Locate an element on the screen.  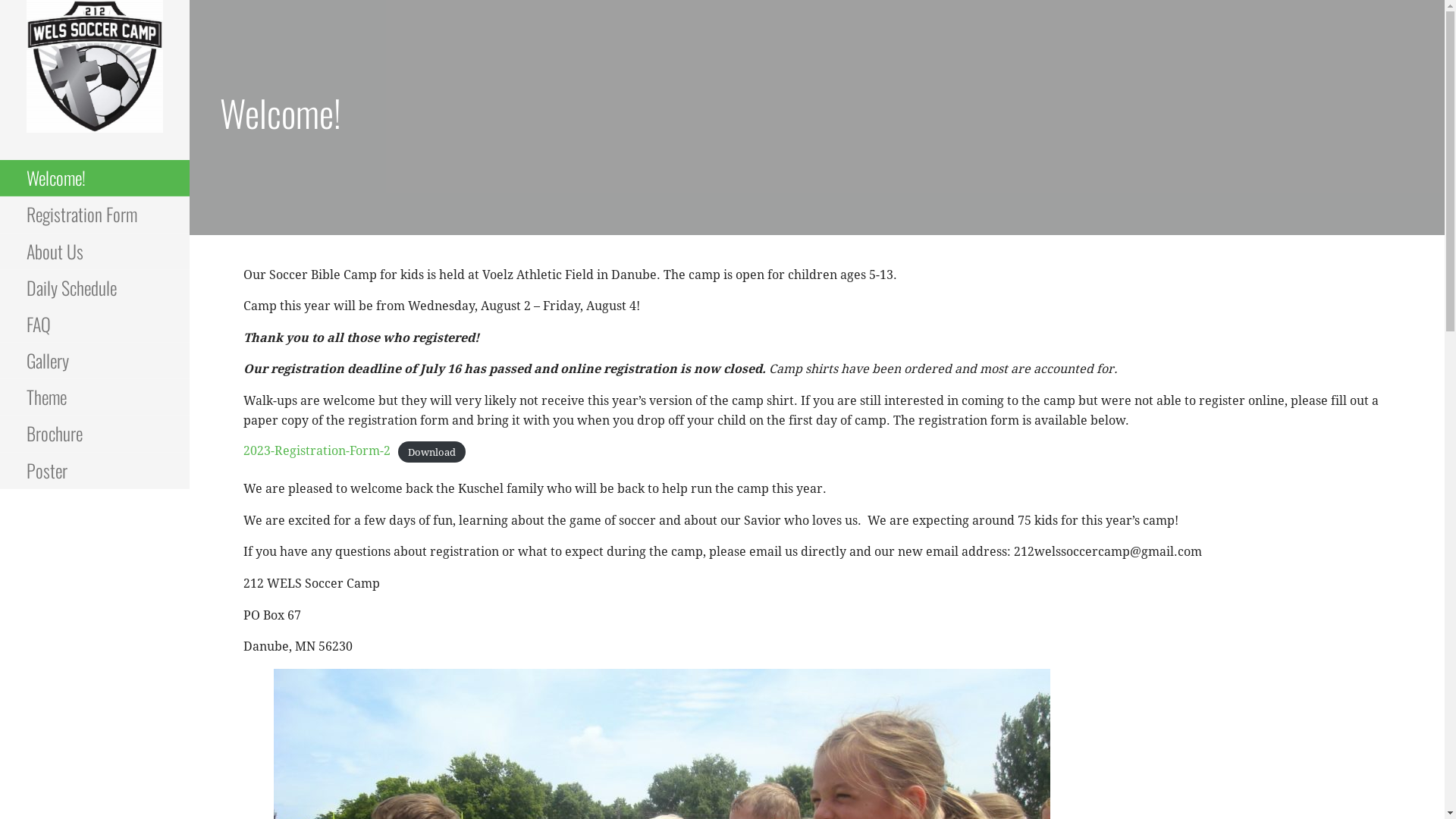
'Skip to content' is located at coordinates (189, 0).